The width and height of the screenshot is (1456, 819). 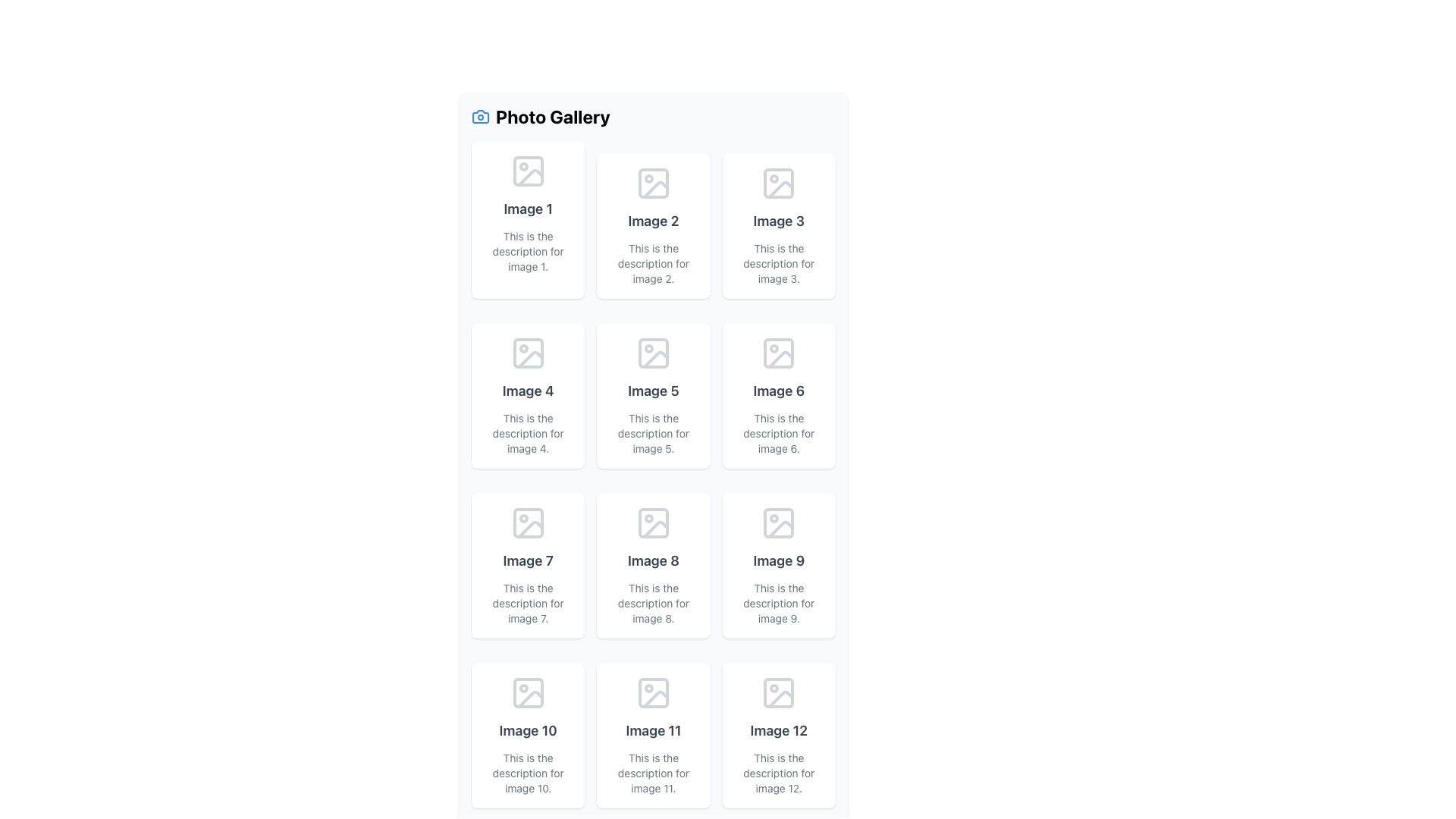 I want to click on the decorative photo gallery icon located at the top-left of the page, directly to the left of the 'Photo Gallery' header text, so click(x=479, y=116).